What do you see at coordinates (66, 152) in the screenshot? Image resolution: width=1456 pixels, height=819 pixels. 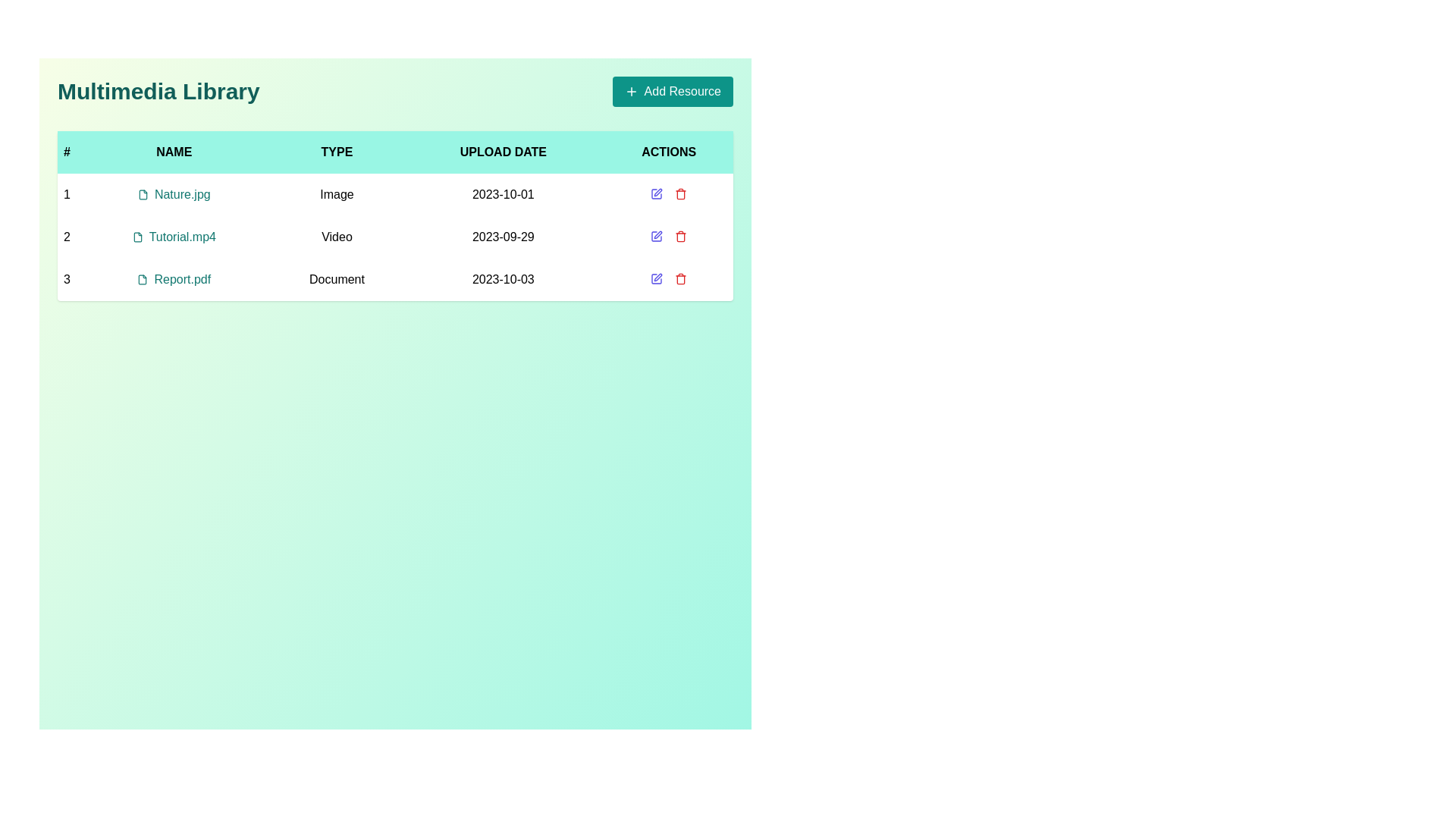 I see `the text label indicating the numbering column header in the table` at bounding box center [66, 152].